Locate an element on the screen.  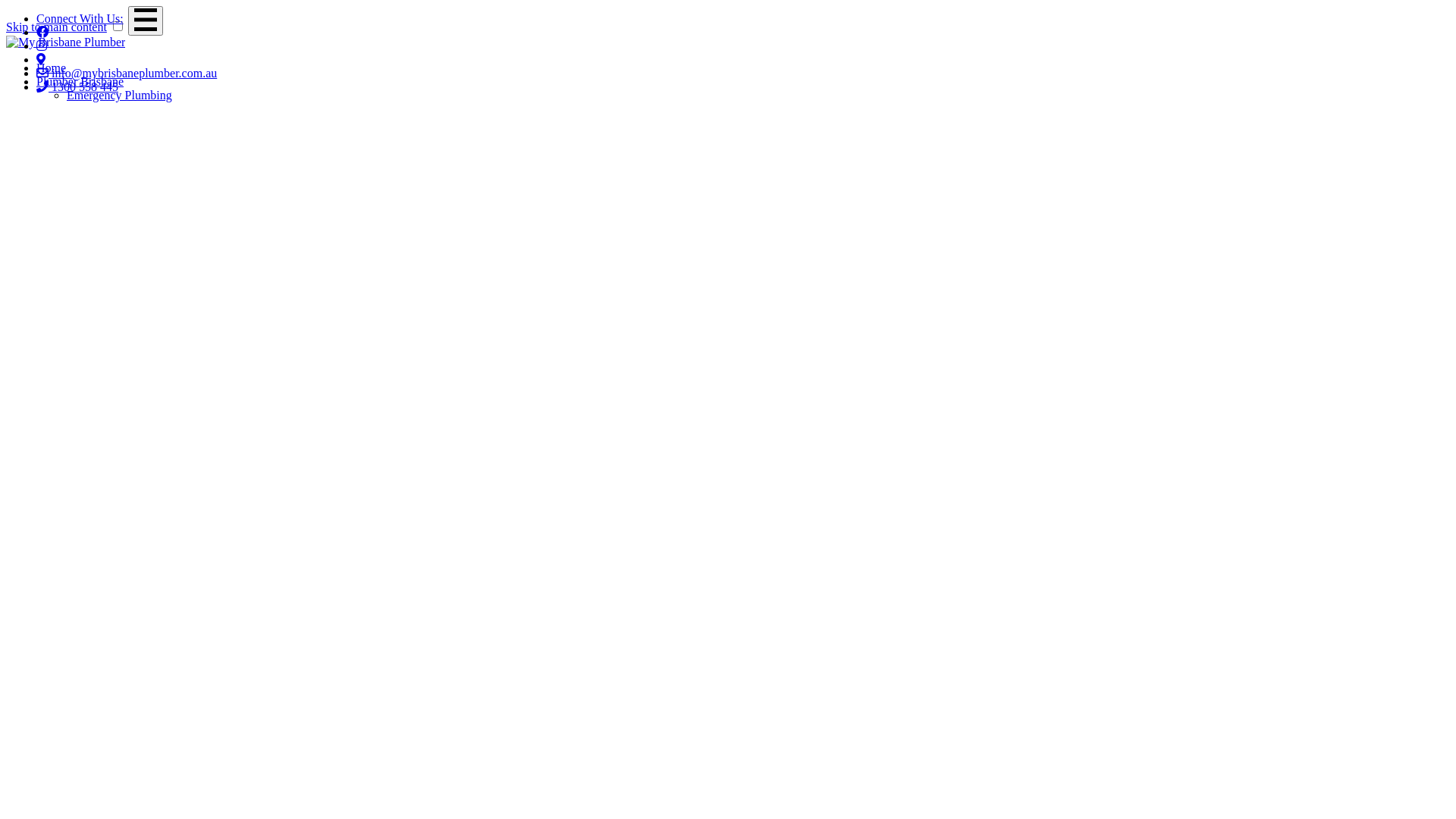
'Skip to main content' is located at coordinates (6, 27).